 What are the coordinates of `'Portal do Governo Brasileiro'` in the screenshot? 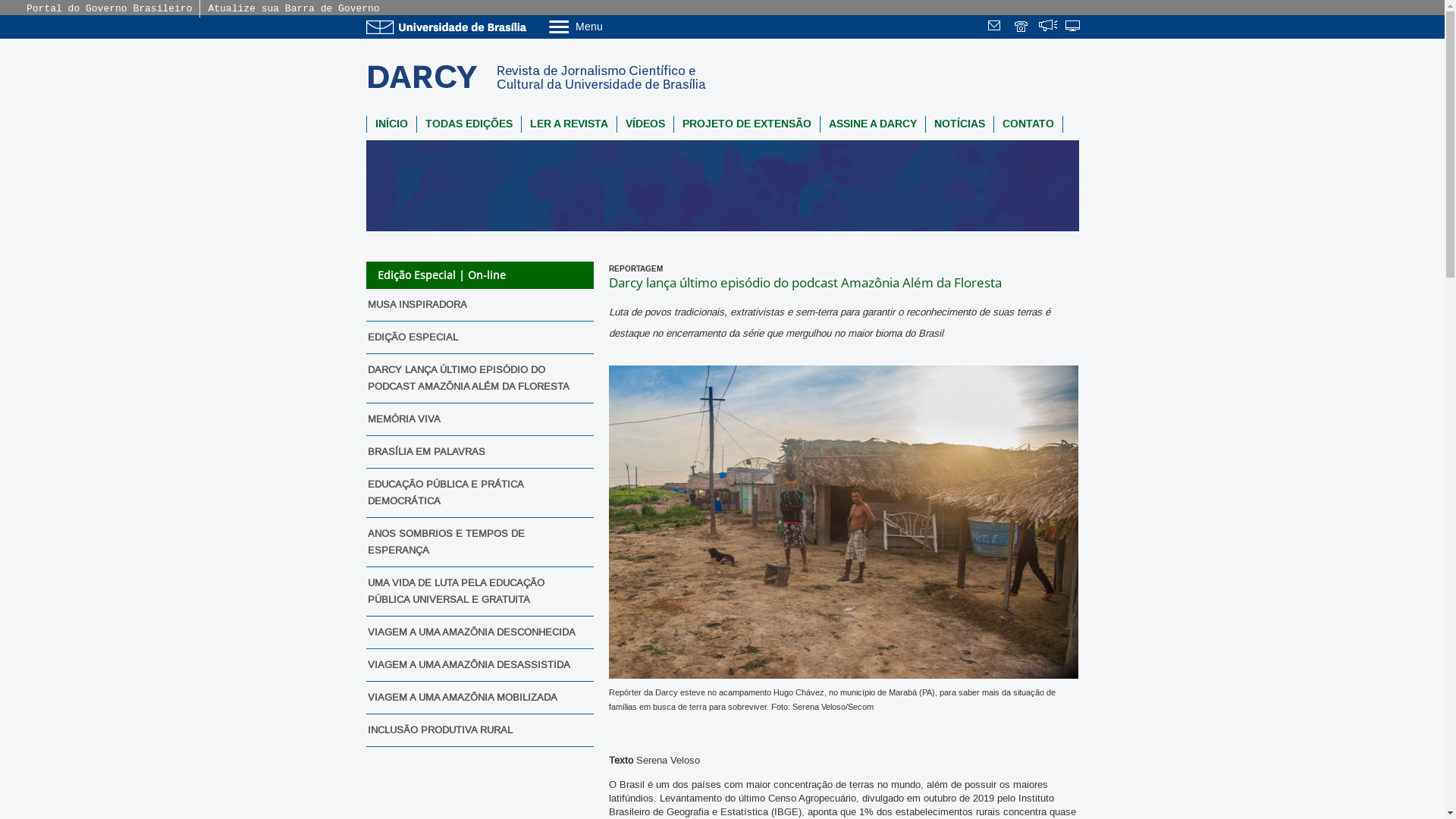 It's located at (108, 8).